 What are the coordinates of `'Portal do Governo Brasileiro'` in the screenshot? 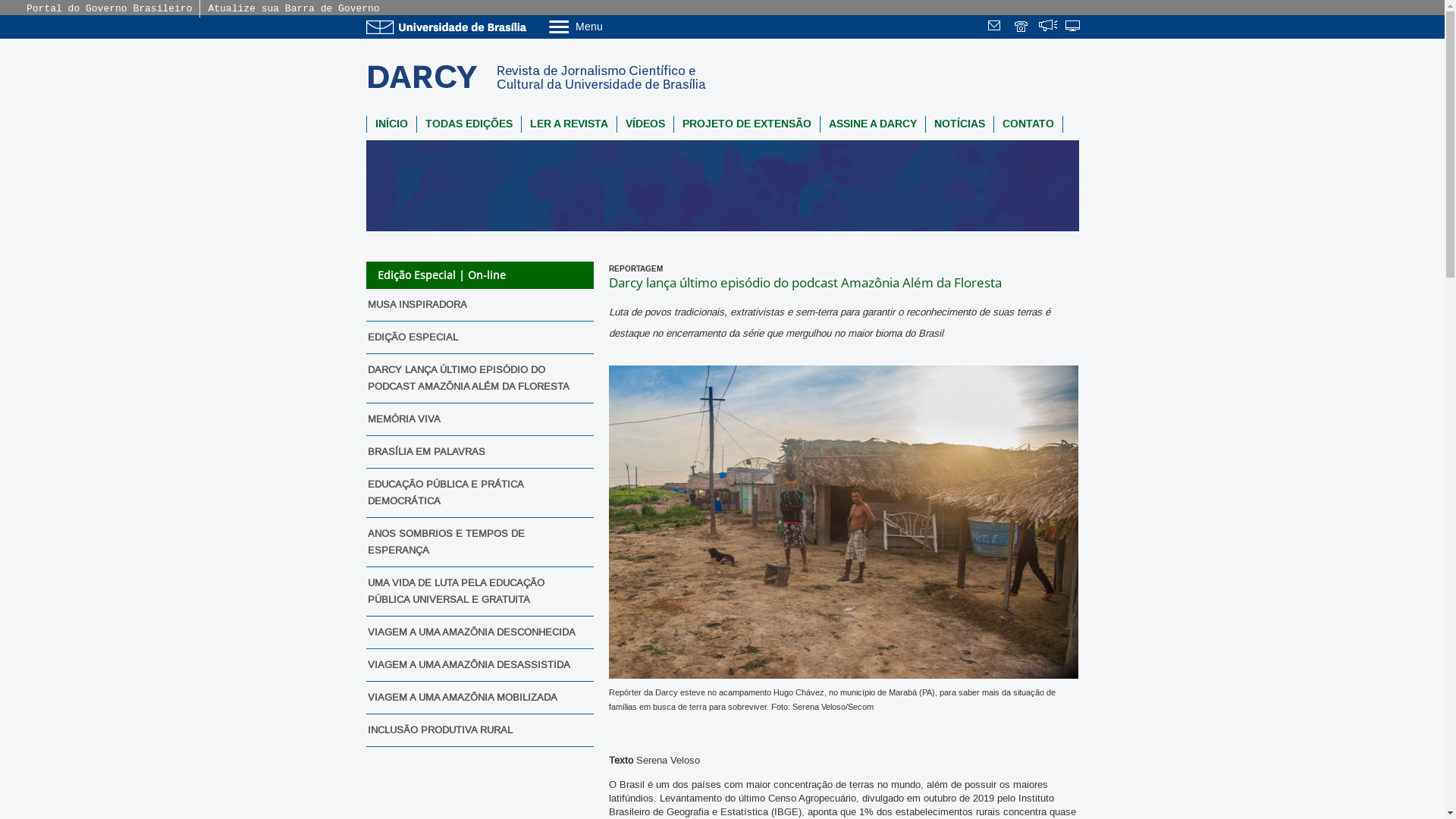 It's located at (108, 8).